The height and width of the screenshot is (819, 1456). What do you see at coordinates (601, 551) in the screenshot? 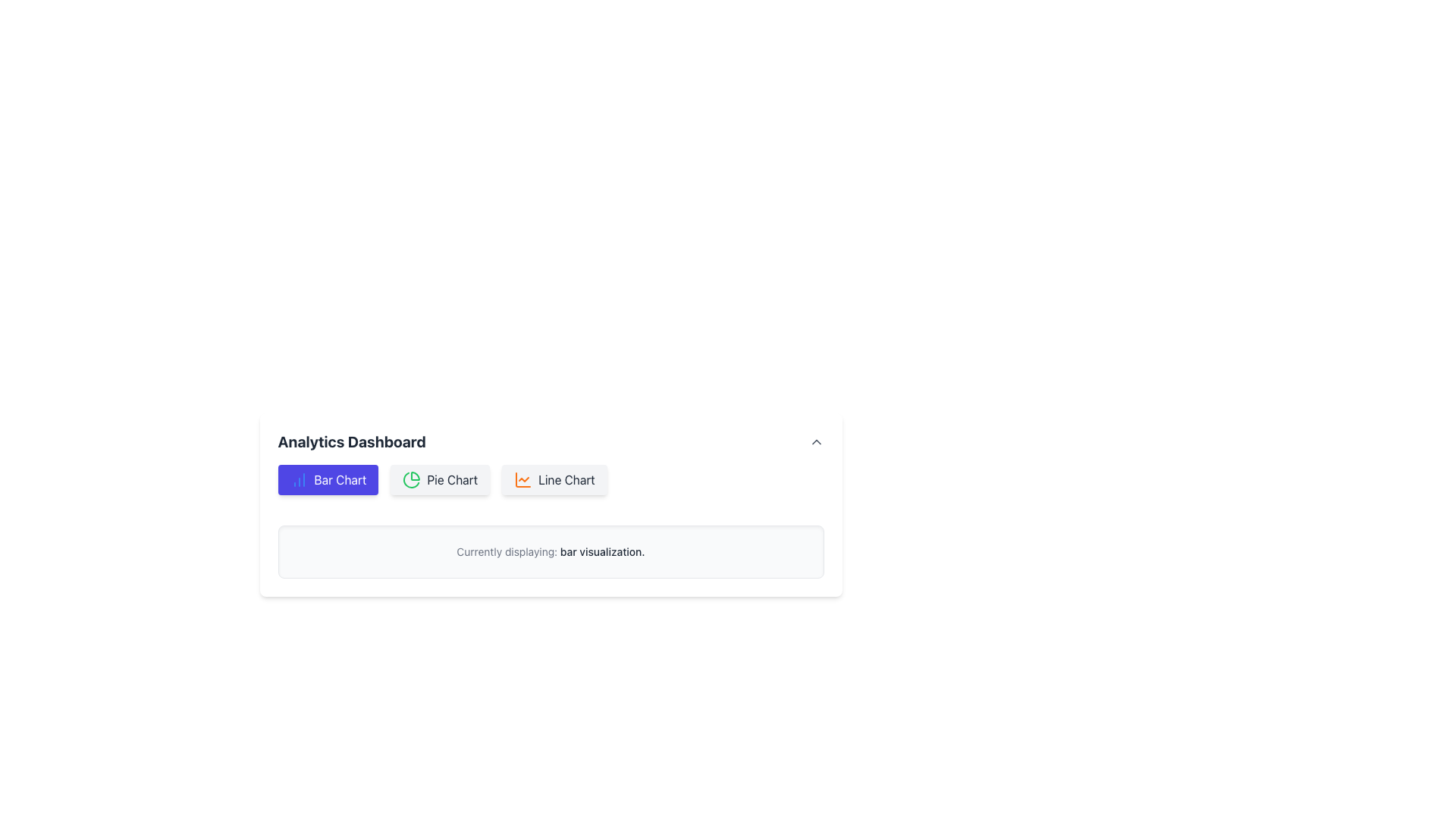
I see `the static text element that indicates the active chart type, which reads 'Currently displaying: bar visualization.'` at bounding box center [601, 551].